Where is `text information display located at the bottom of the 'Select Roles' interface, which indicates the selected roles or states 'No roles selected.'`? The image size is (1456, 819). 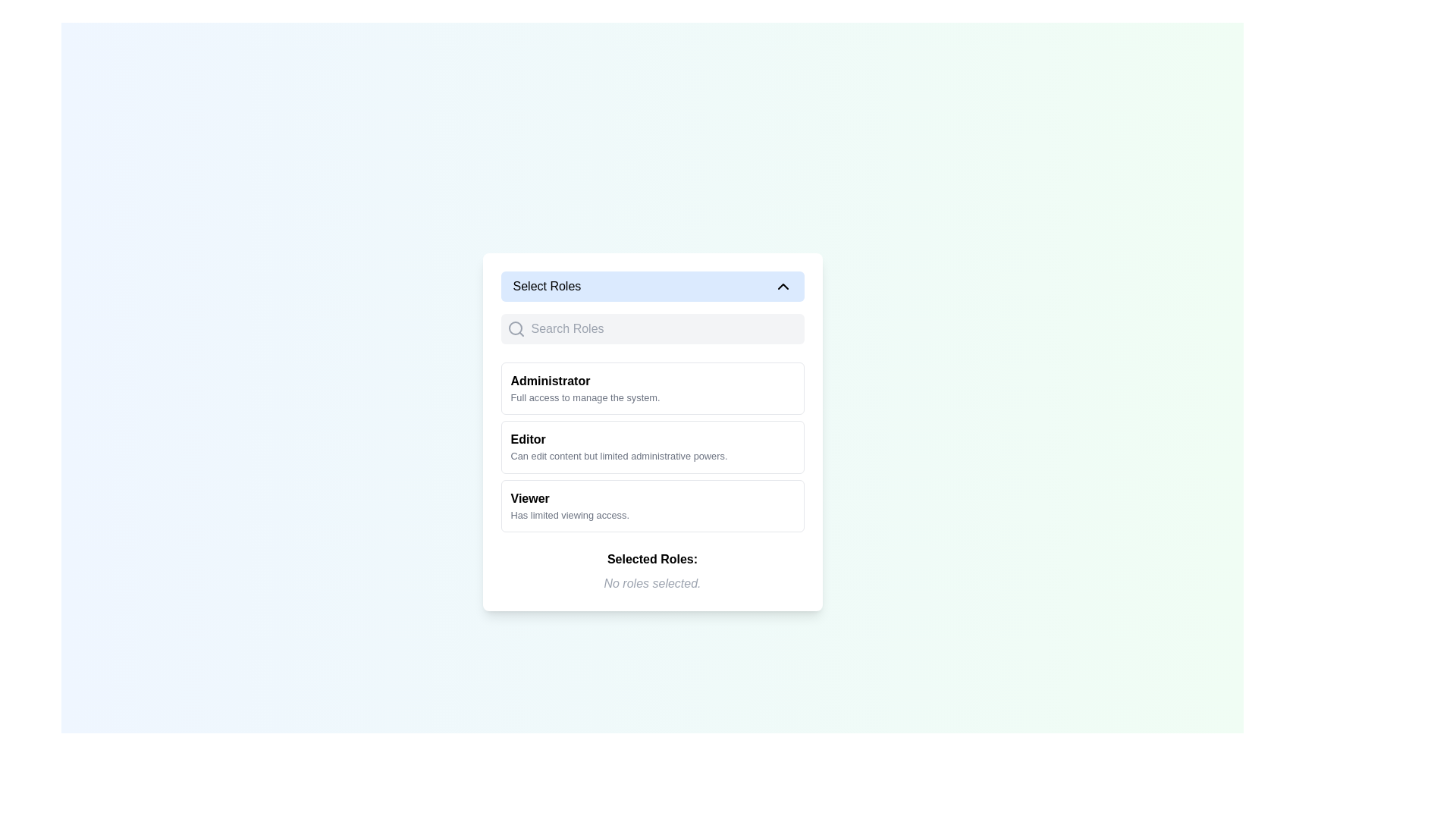
text information display located at the bottom of the 'Select Roles' interface, which indicates the selected roles or states 'No roles selected.' is located at coordinates (652, 571).